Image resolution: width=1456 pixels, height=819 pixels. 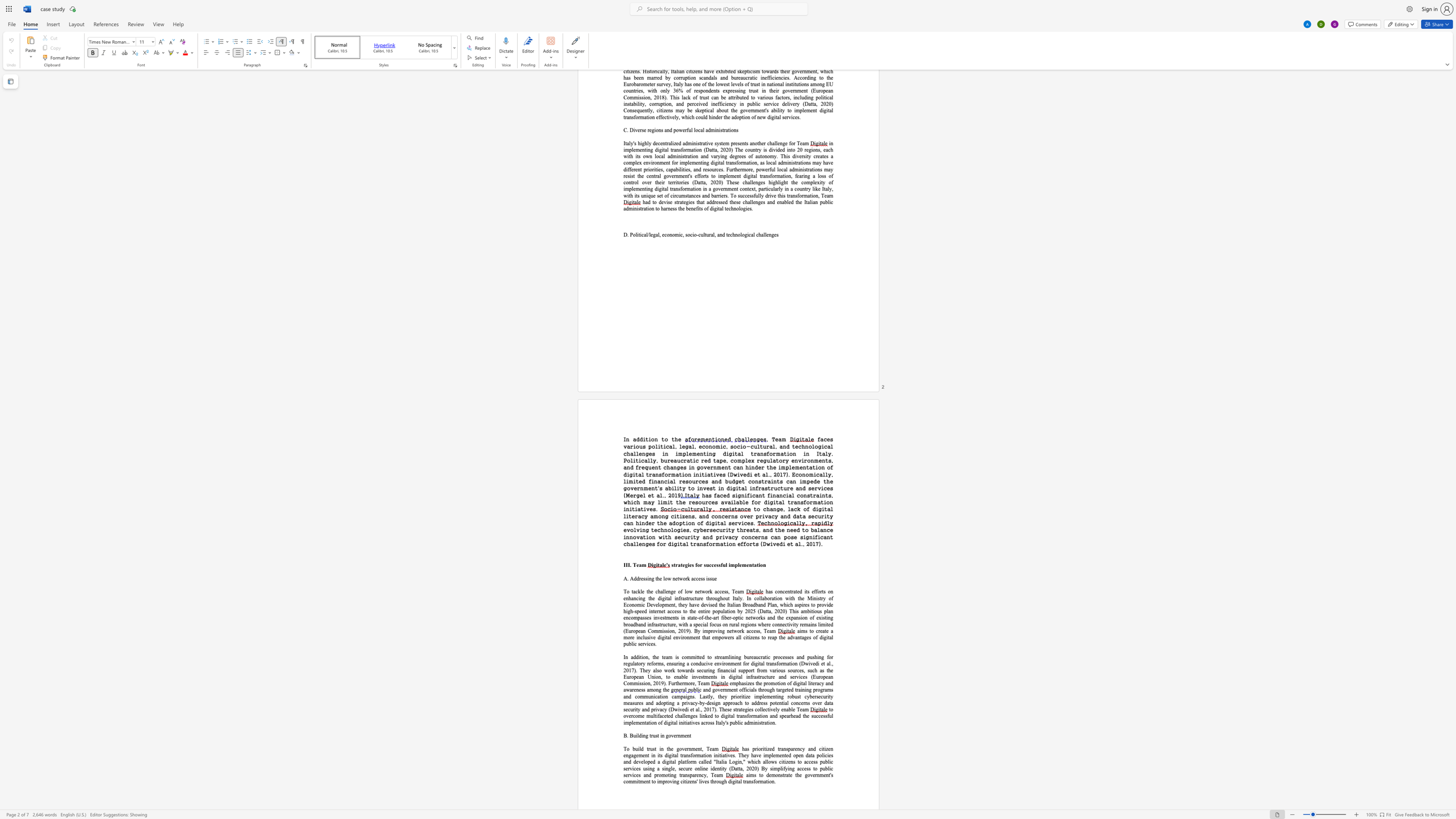 What do you see at coordinates (812, 631) in the screenshot?
I see `the 1th character "o" in the text` at bounding box center [812, 631].